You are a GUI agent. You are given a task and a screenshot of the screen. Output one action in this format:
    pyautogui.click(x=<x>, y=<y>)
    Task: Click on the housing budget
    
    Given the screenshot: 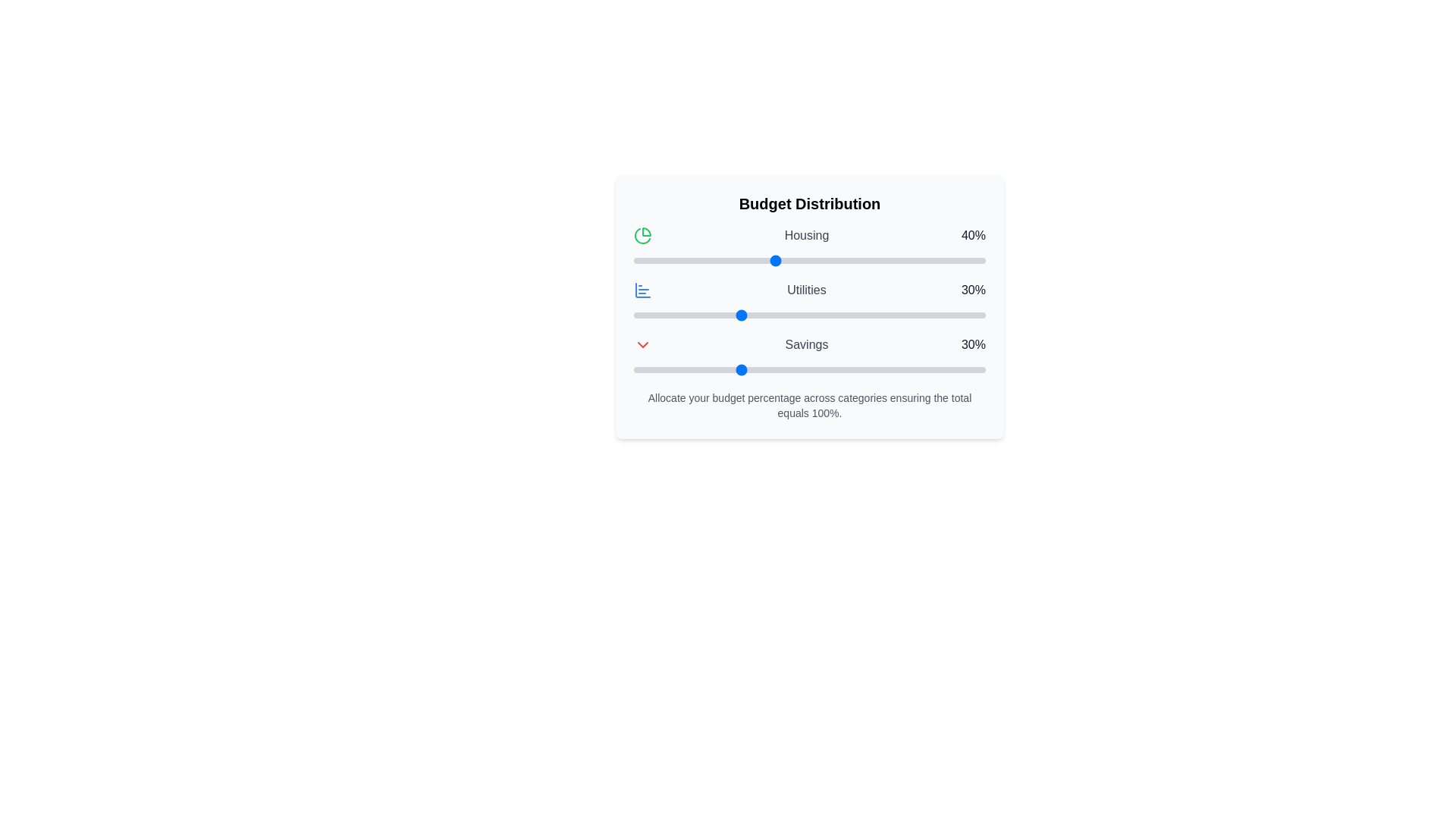 What is the action you would take?
    pyautogui.click(x=795, y=259)
    